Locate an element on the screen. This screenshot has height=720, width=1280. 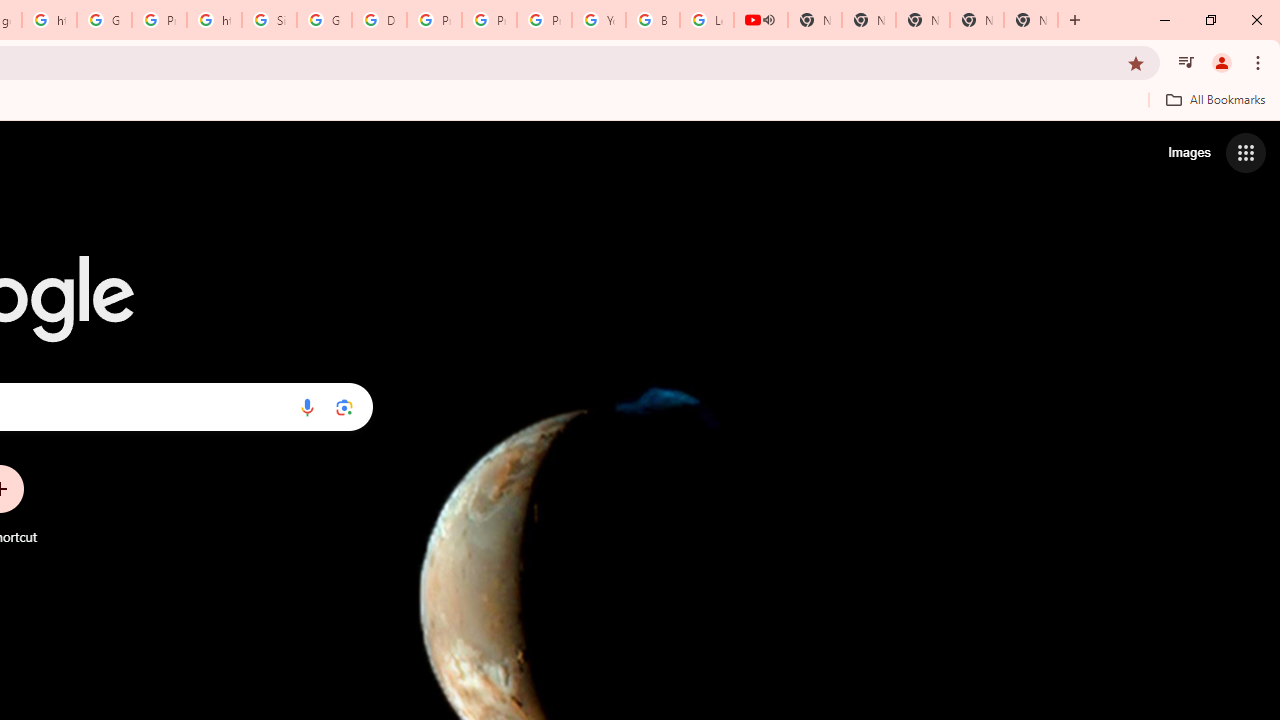
'Privacy Help Center - Policies Help' is located at coordinates (433, 20).